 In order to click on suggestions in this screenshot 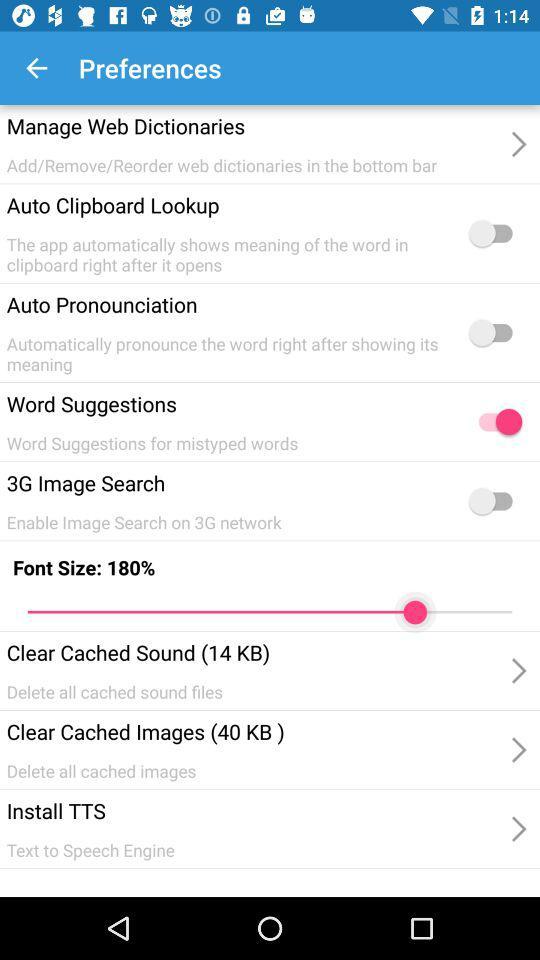, I will do `click(494, 422)`.